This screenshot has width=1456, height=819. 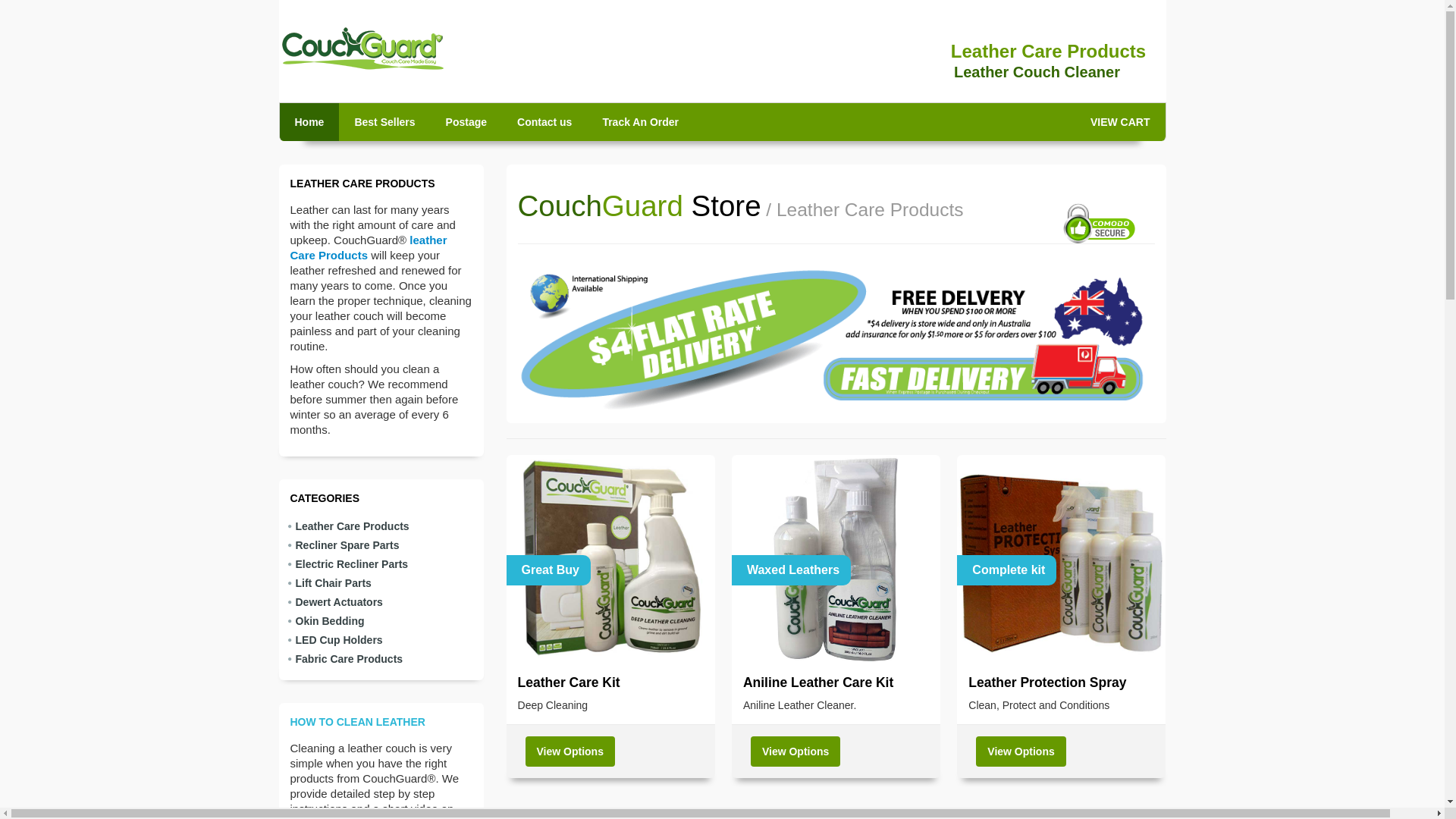 I want to click on 'Track An Order', so click(x=640, y=121).